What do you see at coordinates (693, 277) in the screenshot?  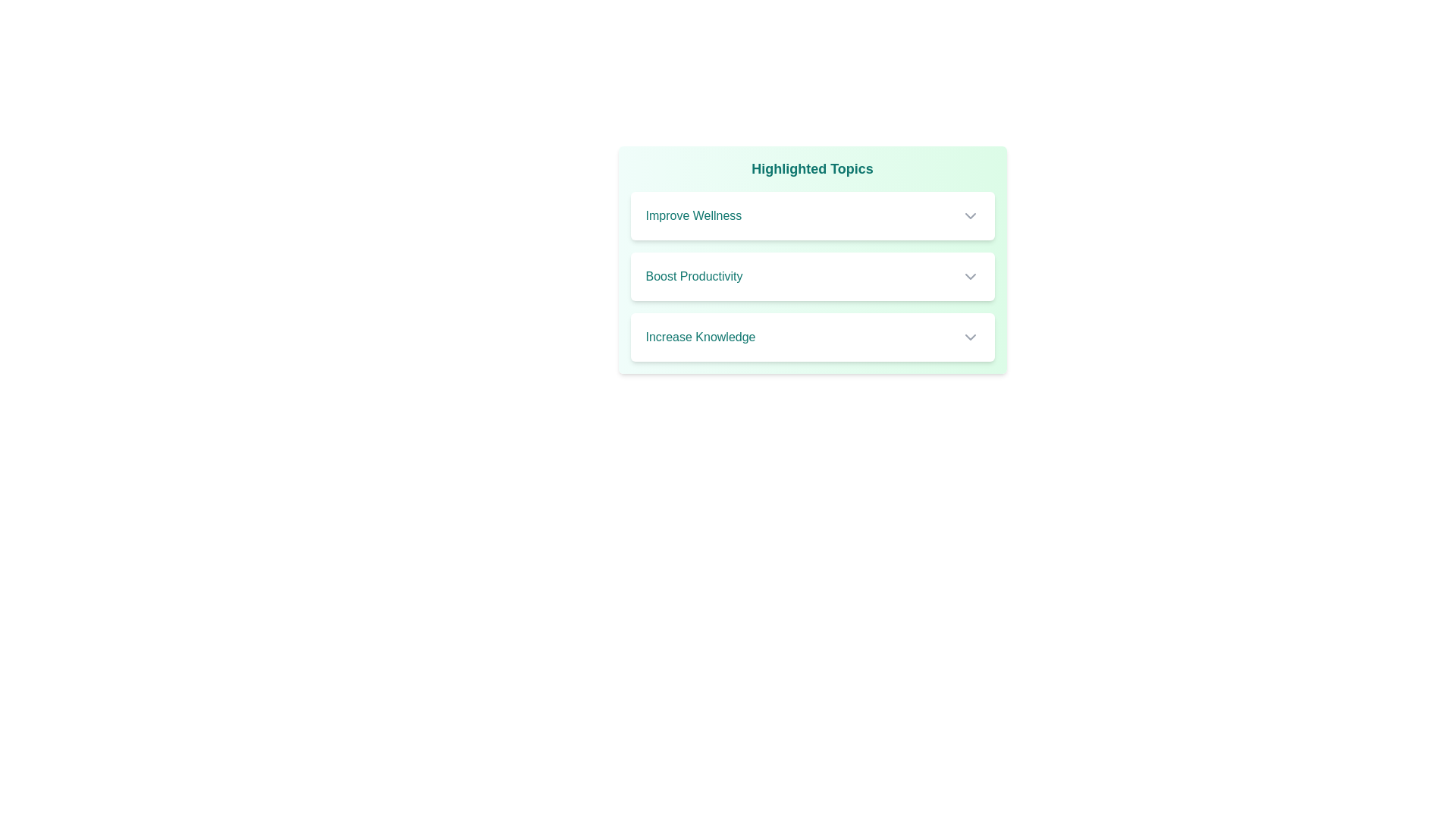 I see `the 'Boost Productivity' text label, which is styled in teal and positioned next to a collapsible arrow icon in the 'Highlighted Topics' panel` at bounding box center [693, 277].